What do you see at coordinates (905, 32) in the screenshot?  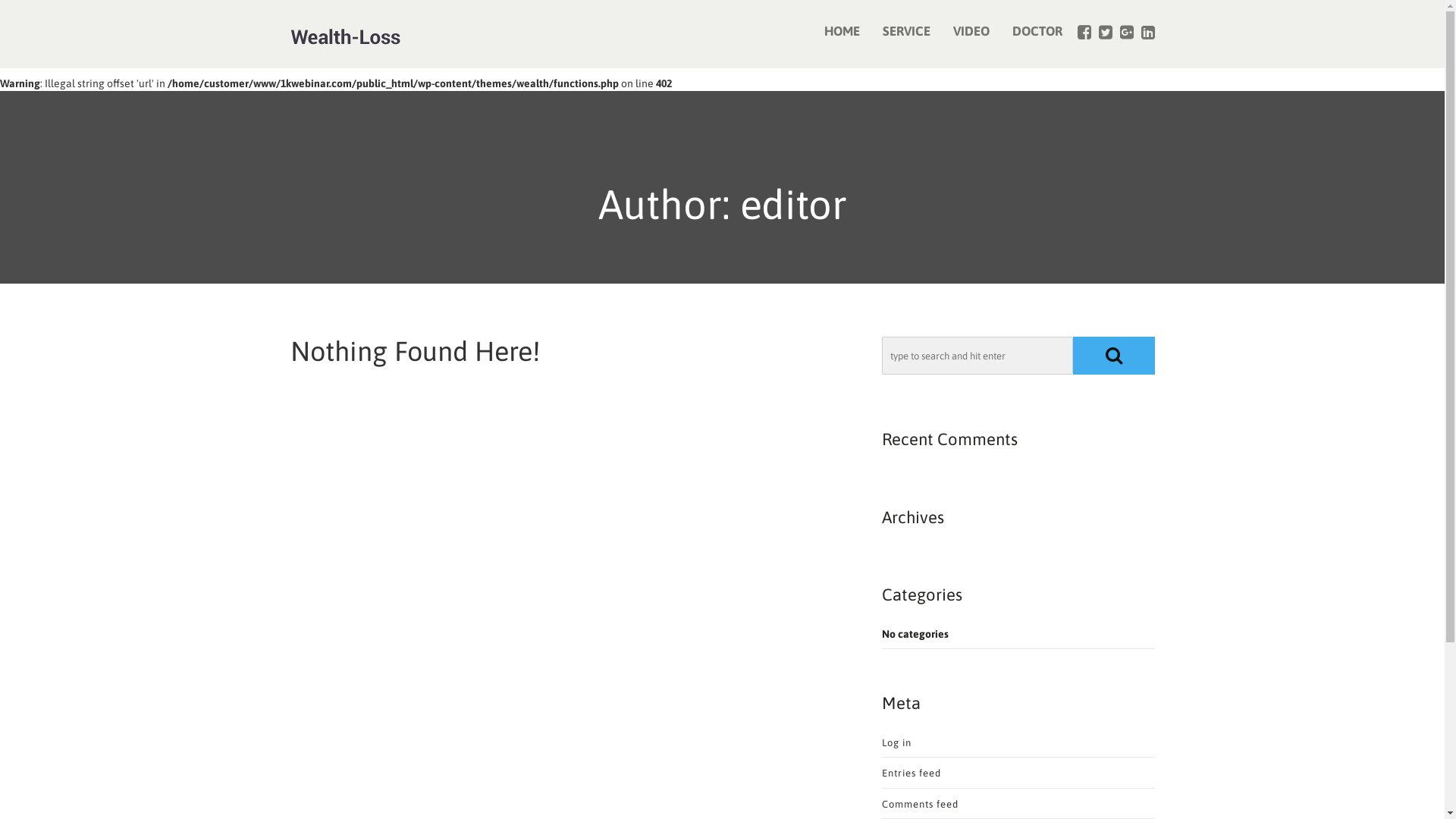 I see `'SERVICE'` at bounding box center [905, 32].